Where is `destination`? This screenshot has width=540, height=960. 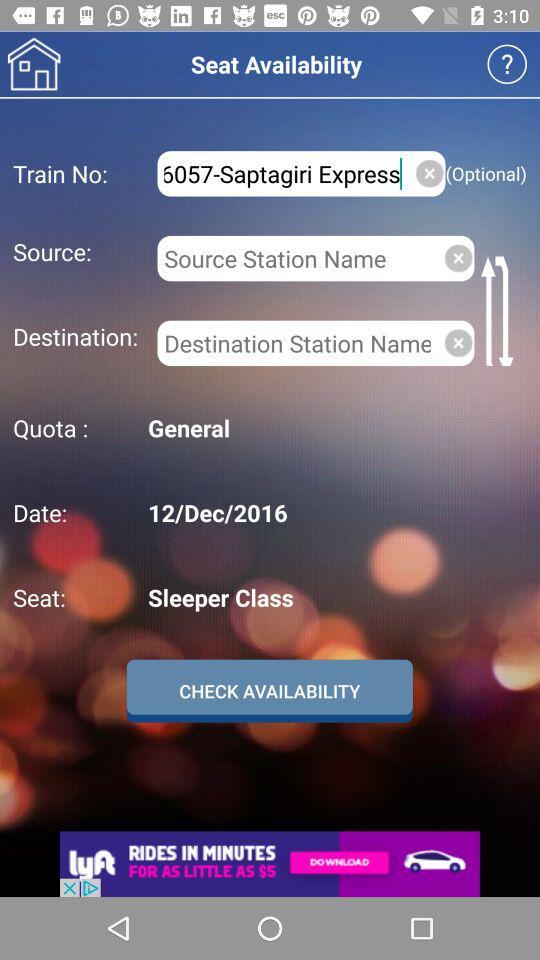
destination is located at coordinates (295, 343).